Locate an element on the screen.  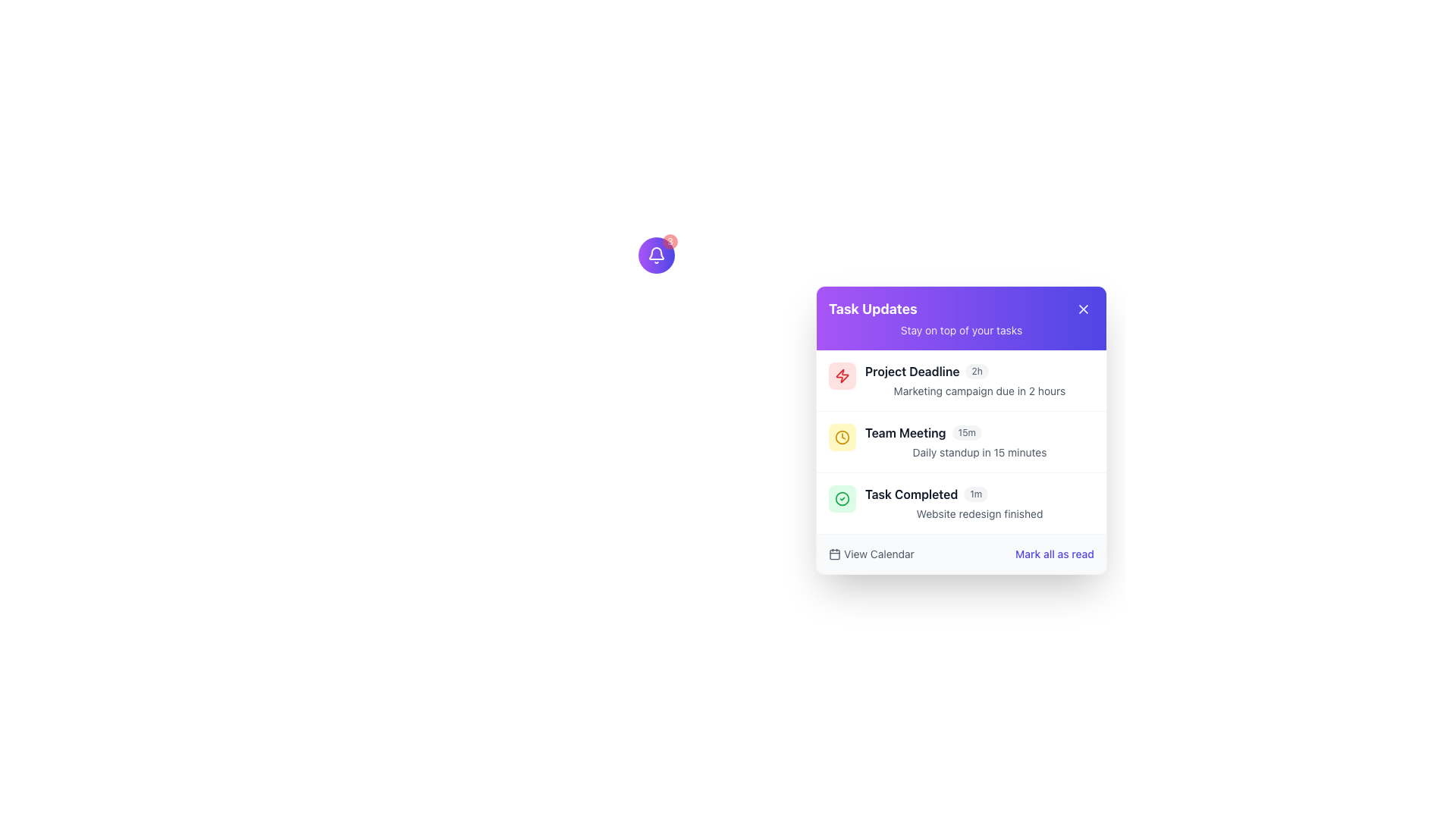
the static text label displaying 'Daily standup in 15 minutes', which is located under the 'Team Meeting' section in the 'Task Updates' panel is located at coordinates (979, 452).